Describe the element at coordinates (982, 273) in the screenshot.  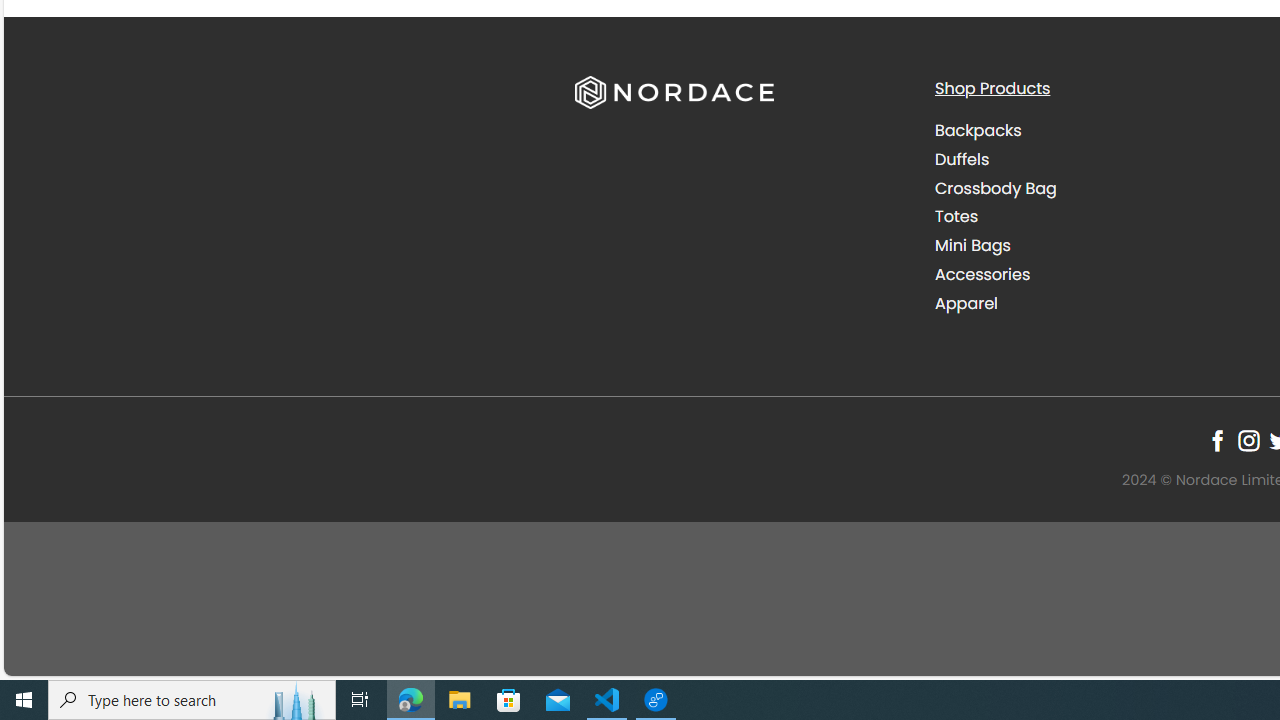
I see `'Accessories'` at that location.